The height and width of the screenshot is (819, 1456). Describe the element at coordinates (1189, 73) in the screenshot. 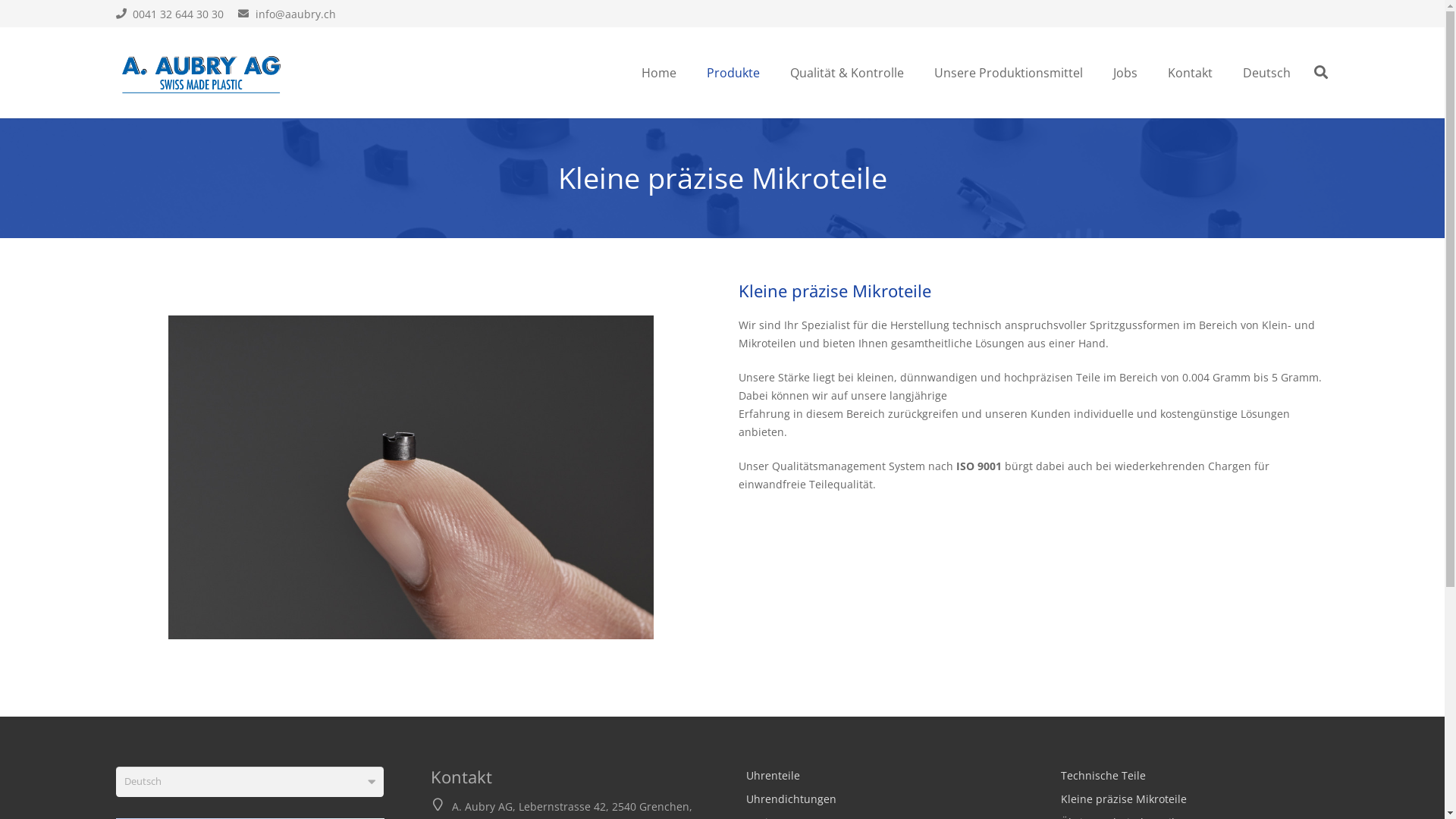

I see `'Kontakt'` at that location.